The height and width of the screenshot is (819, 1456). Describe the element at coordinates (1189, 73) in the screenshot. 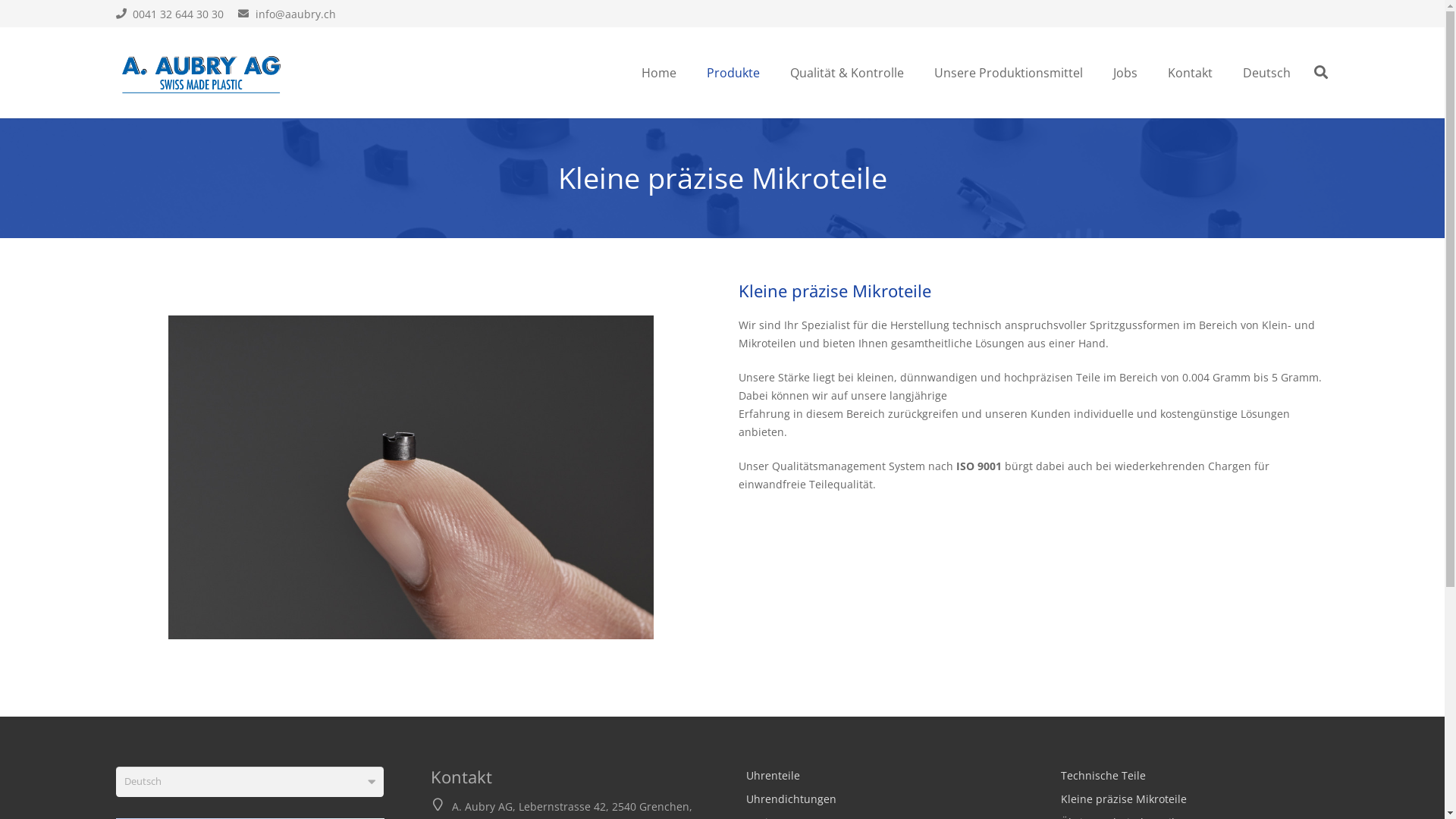

I see `'Kontakt'` at that location.